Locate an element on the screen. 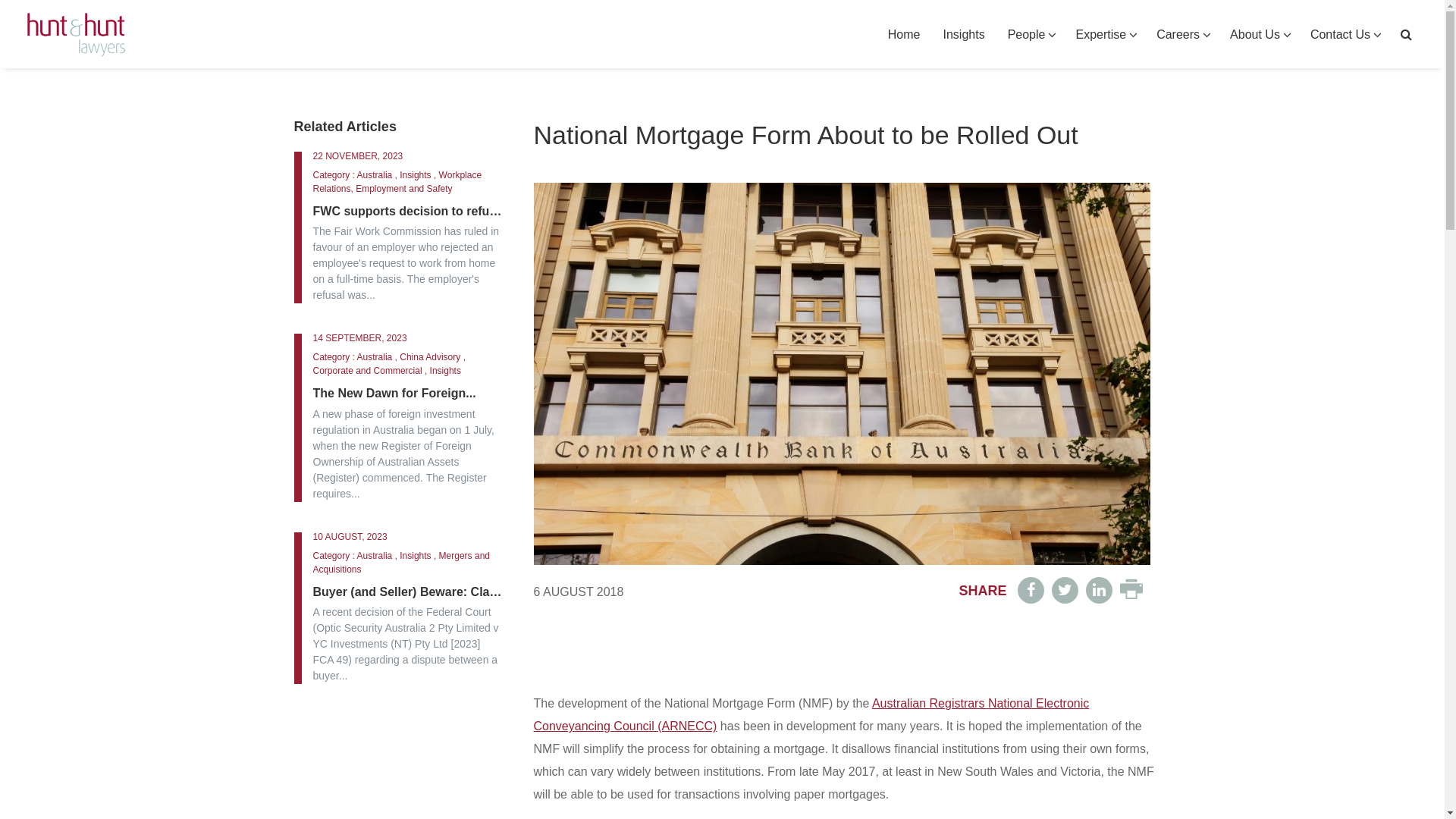 The height and width of the screenshot is (819, 1456). 'Mergers and Acquisitions' is located at coordinates (312, 562).